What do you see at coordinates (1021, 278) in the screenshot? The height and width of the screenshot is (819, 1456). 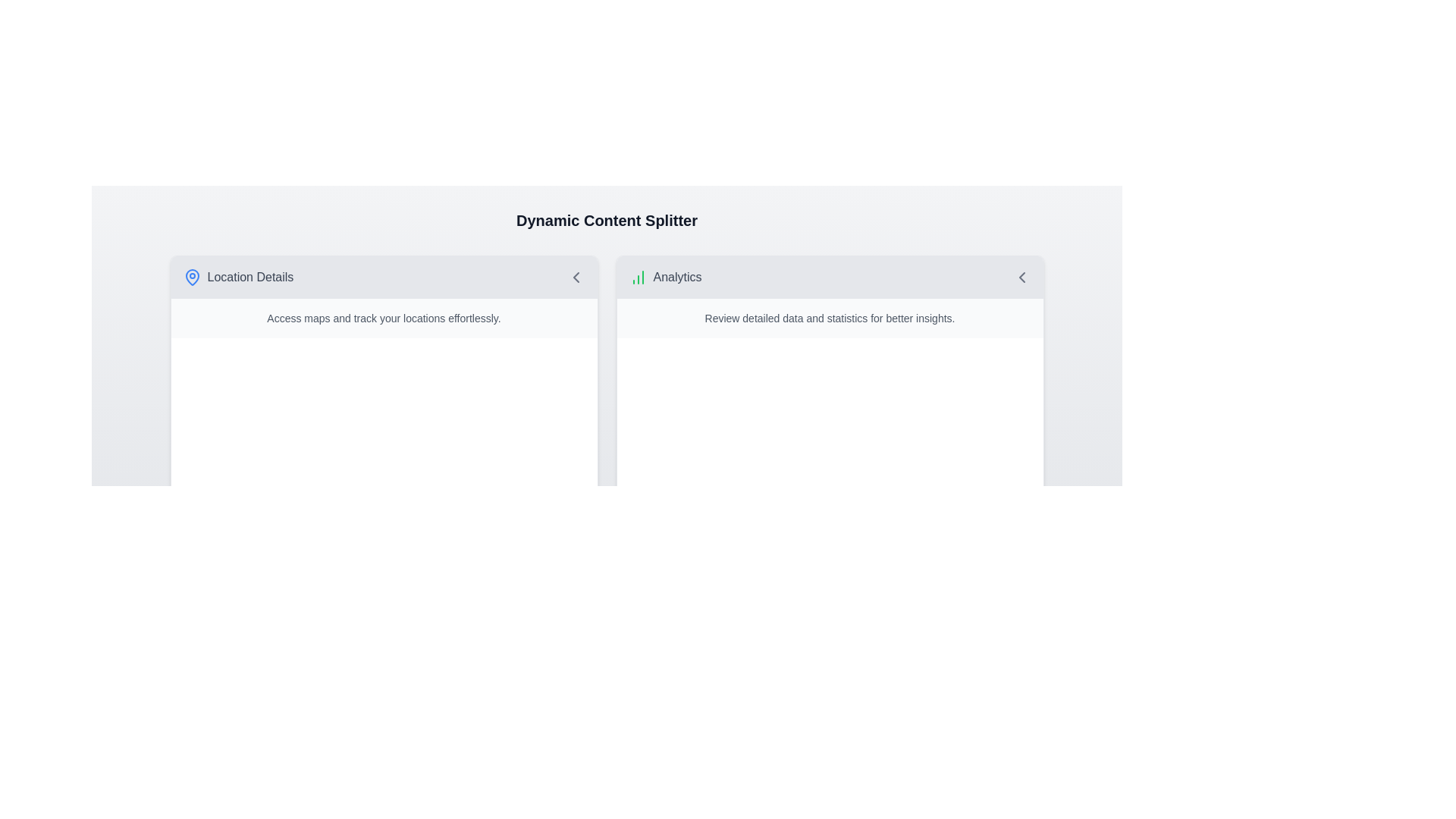 I see `the 'back' button arrow SVG icon located on the left side of the header section, adjacent to the 'Location Details' panel tab` at bounding box center [1021, 278].